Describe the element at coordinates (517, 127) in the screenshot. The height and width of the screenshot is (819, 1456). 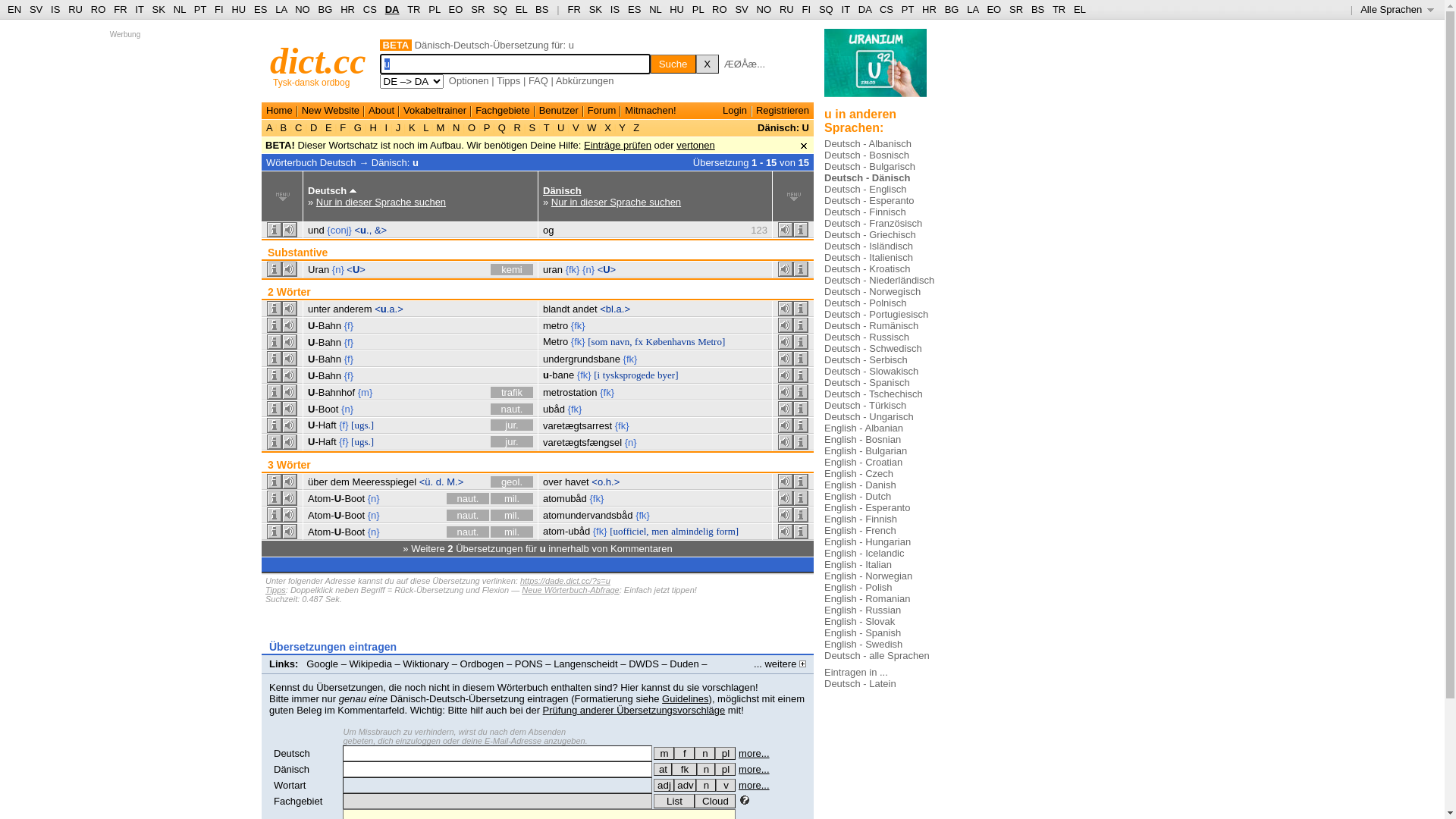
I see `'R'` at that location.